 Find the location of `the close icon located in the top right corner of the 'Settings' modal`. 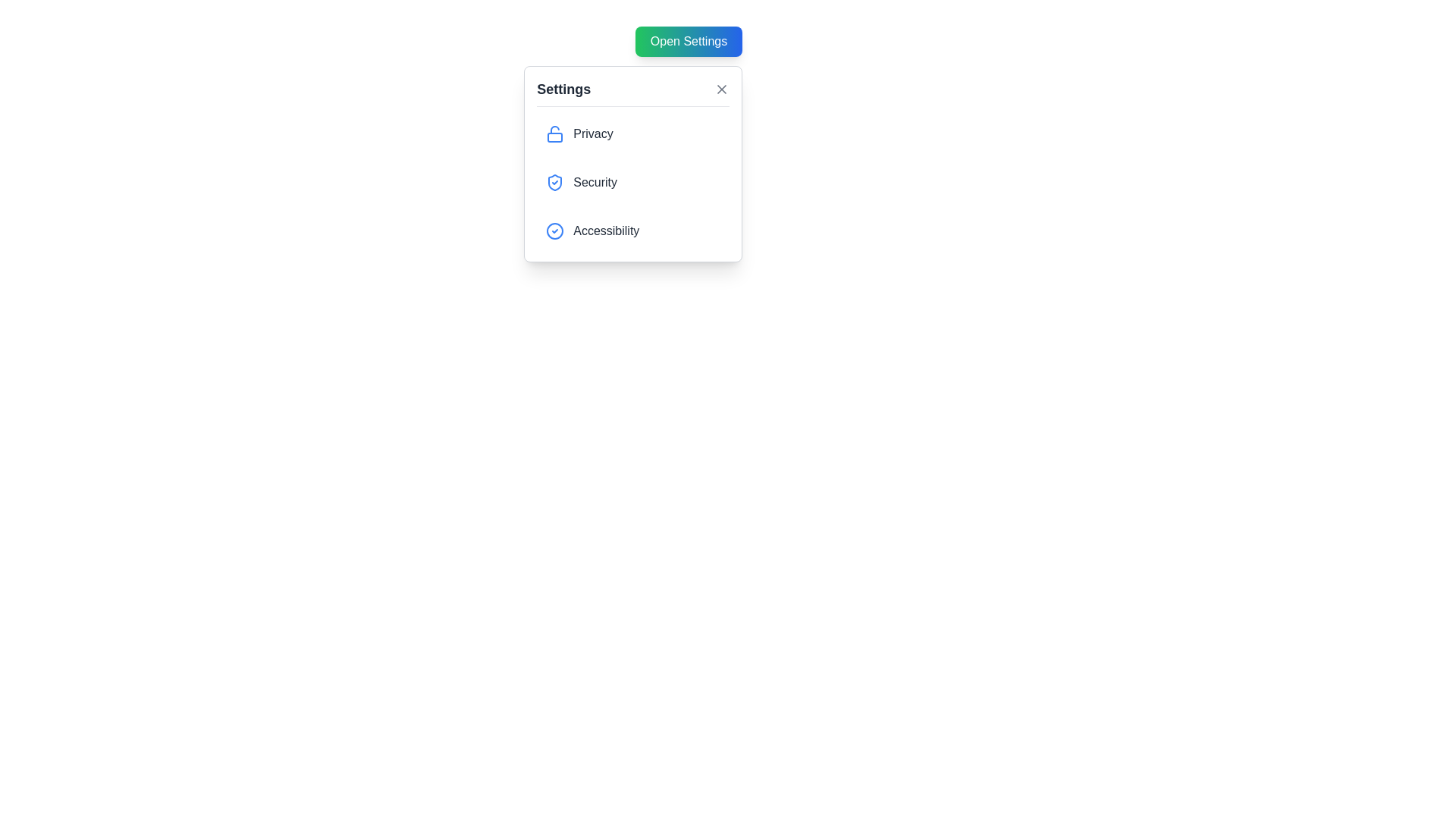

the close icon located in the top right corner of the 'Settings' modal is located at coordinates (721, 89).